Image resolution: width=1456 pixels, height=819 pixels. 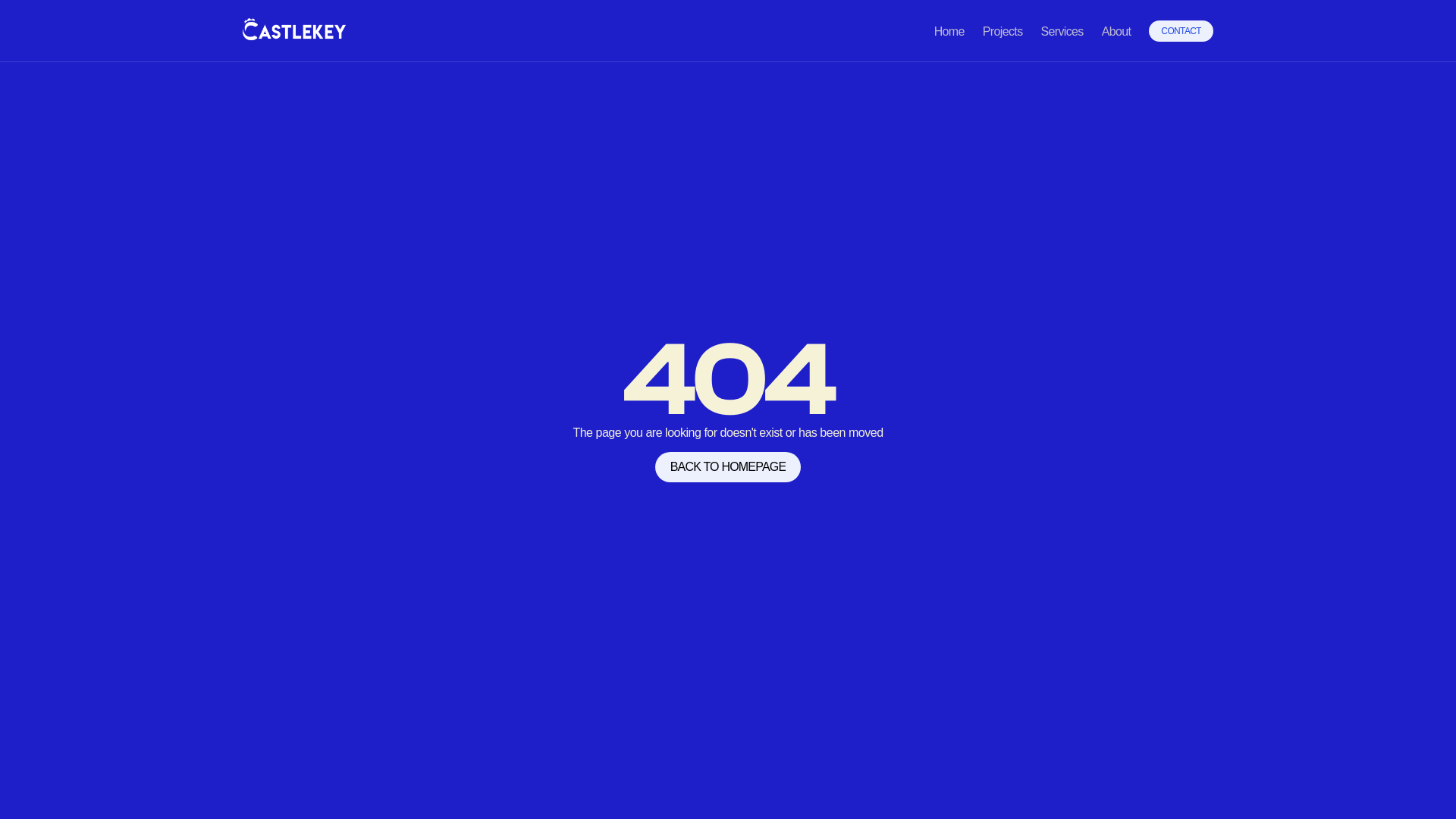 What do you see at coordinates (1116, 31) in the screenshot?
I see `'About'` at bounding box center [1116, 31].